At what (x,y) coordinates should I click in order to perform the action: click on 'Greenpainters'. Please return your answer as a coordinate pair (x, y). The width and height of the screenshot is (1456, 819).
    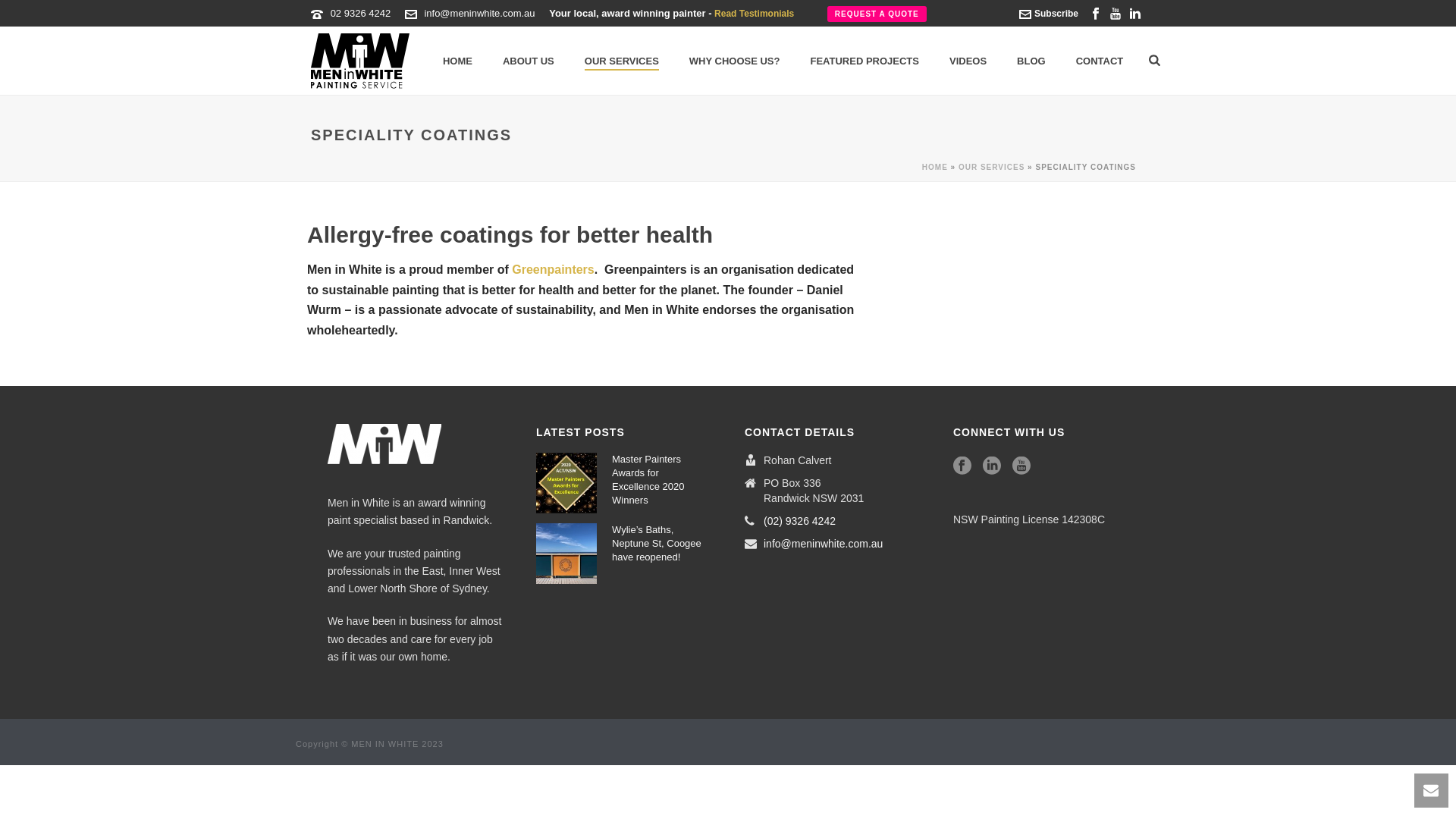
    Looking at the image, I should click on (552, 268).